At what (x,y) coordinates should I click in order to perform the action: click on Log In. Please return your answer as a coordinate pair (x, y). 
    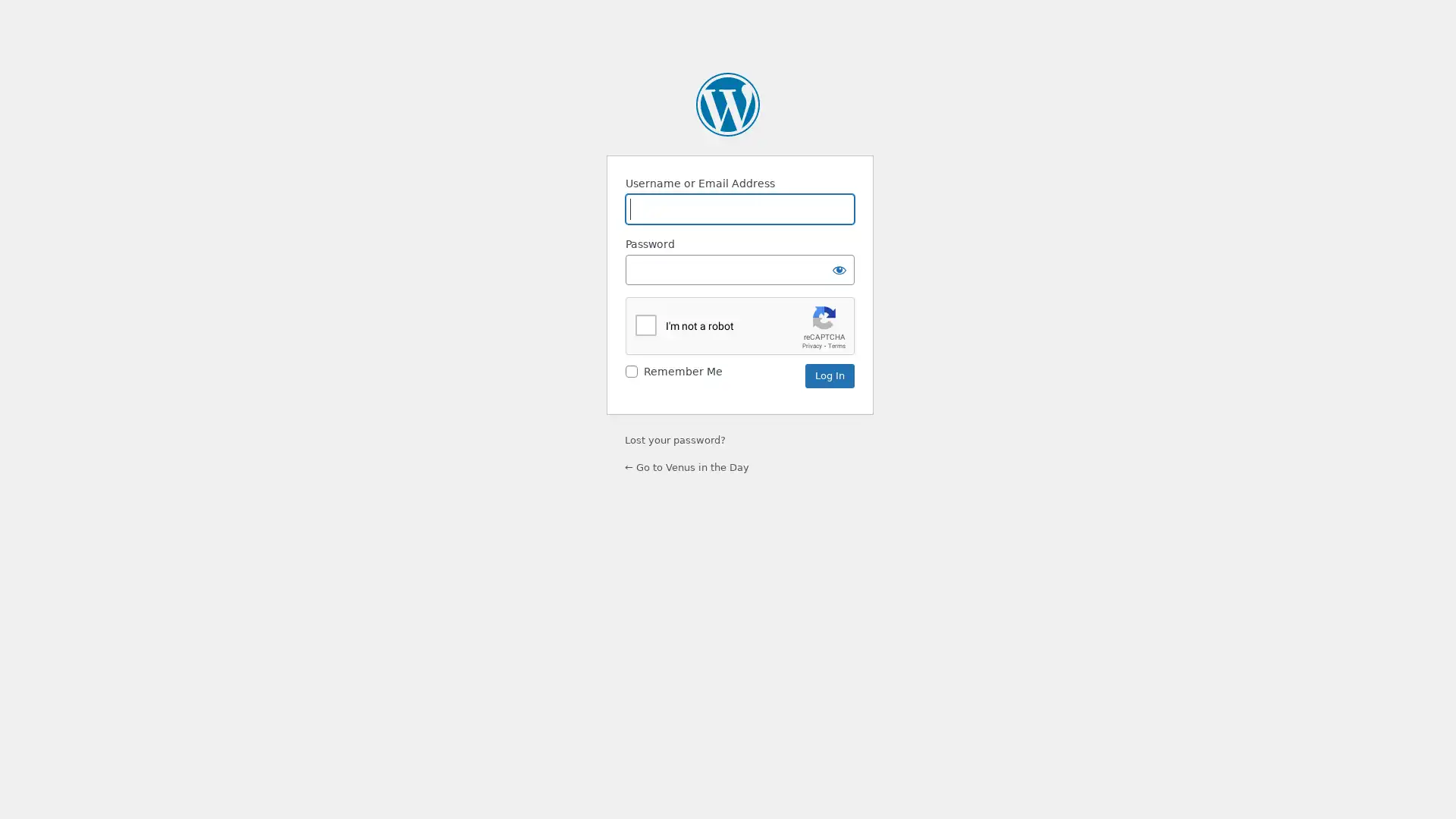
    Looking at the image, I should click on (829, 375).